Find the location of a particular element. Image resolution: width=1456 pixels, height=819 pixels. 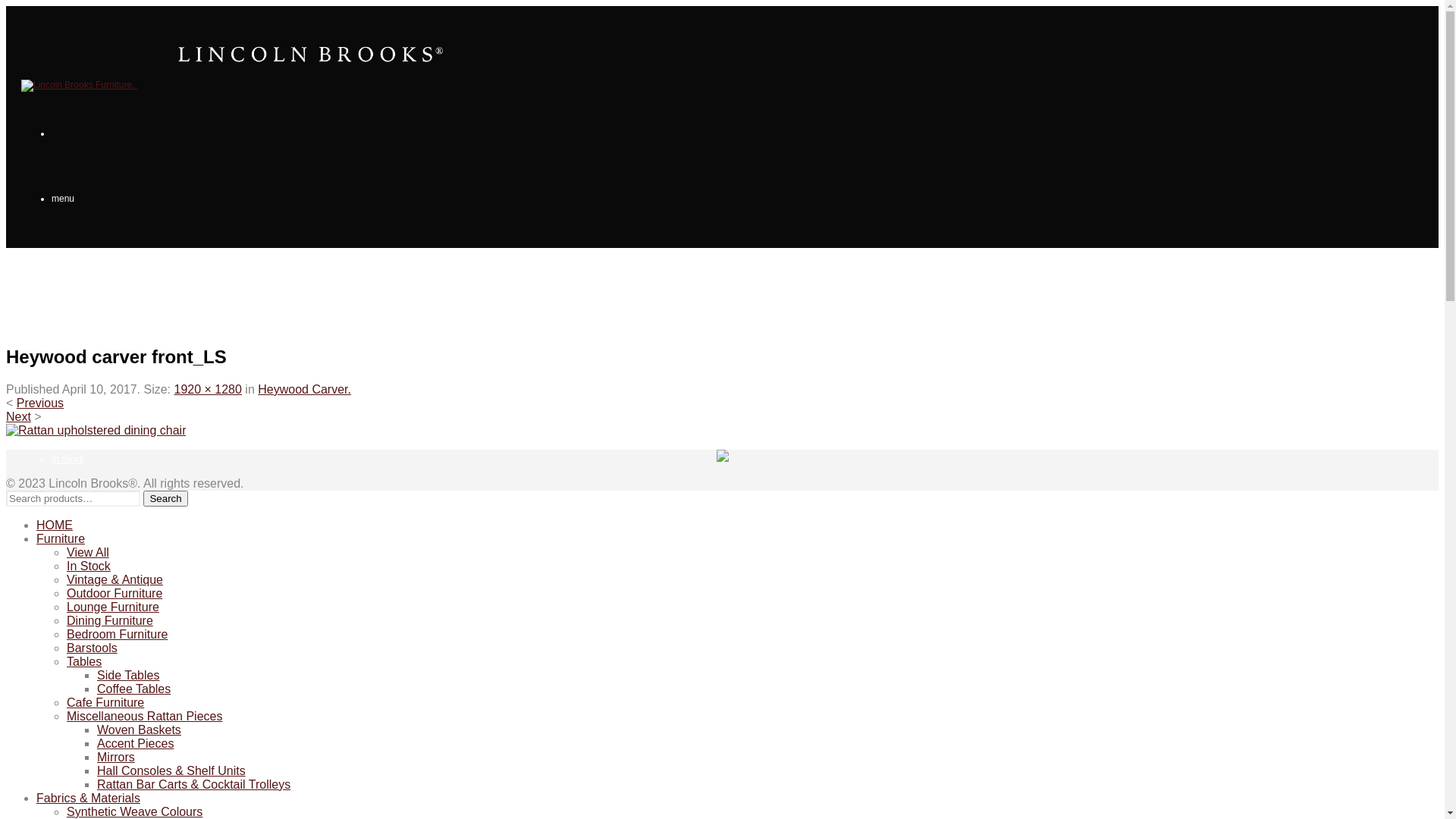

'Next' is located at coordinates (18, 416).